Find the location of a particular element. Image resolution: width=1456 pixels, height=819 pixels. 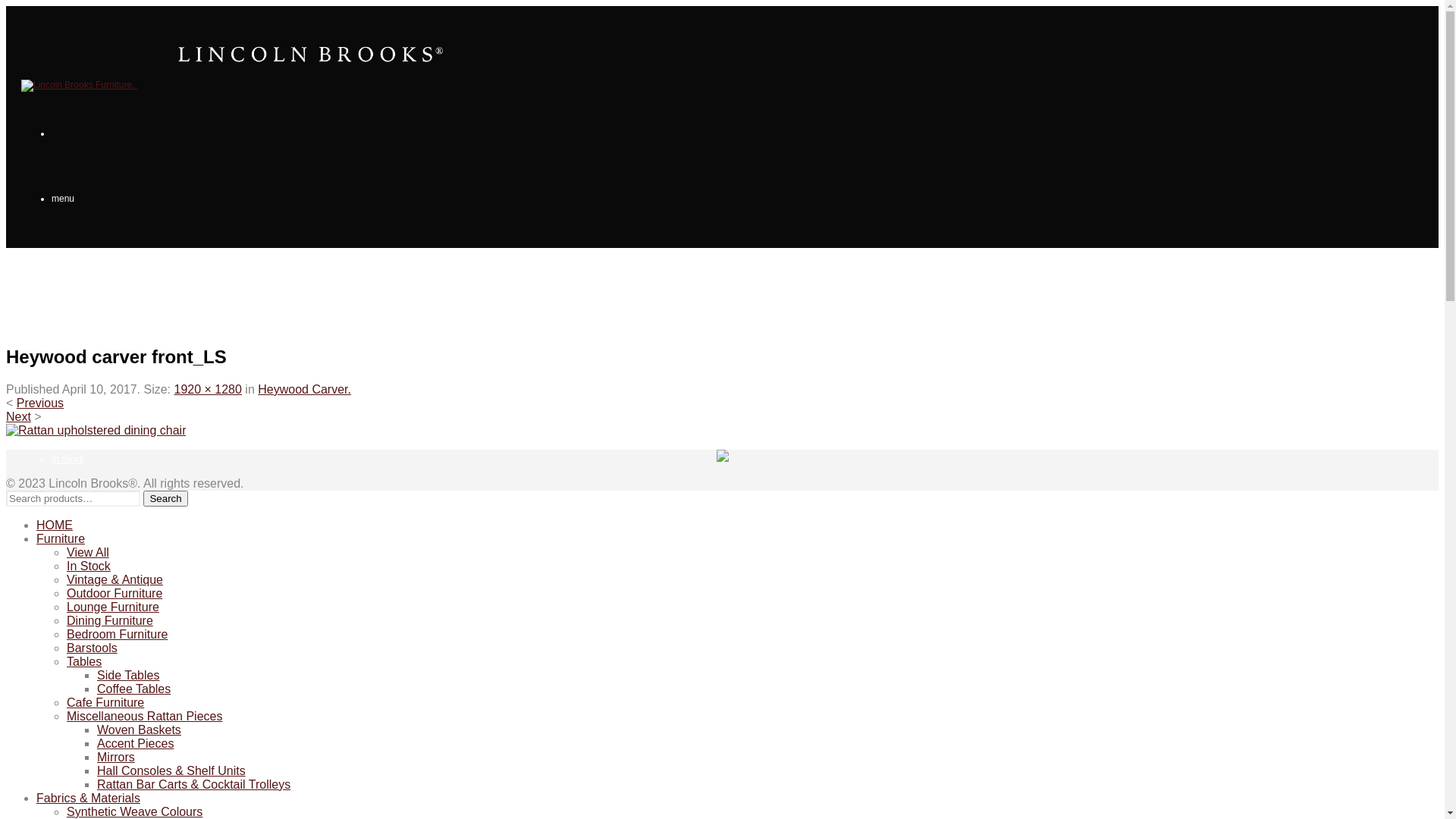

'Next' is located at coordinates (18, 416).